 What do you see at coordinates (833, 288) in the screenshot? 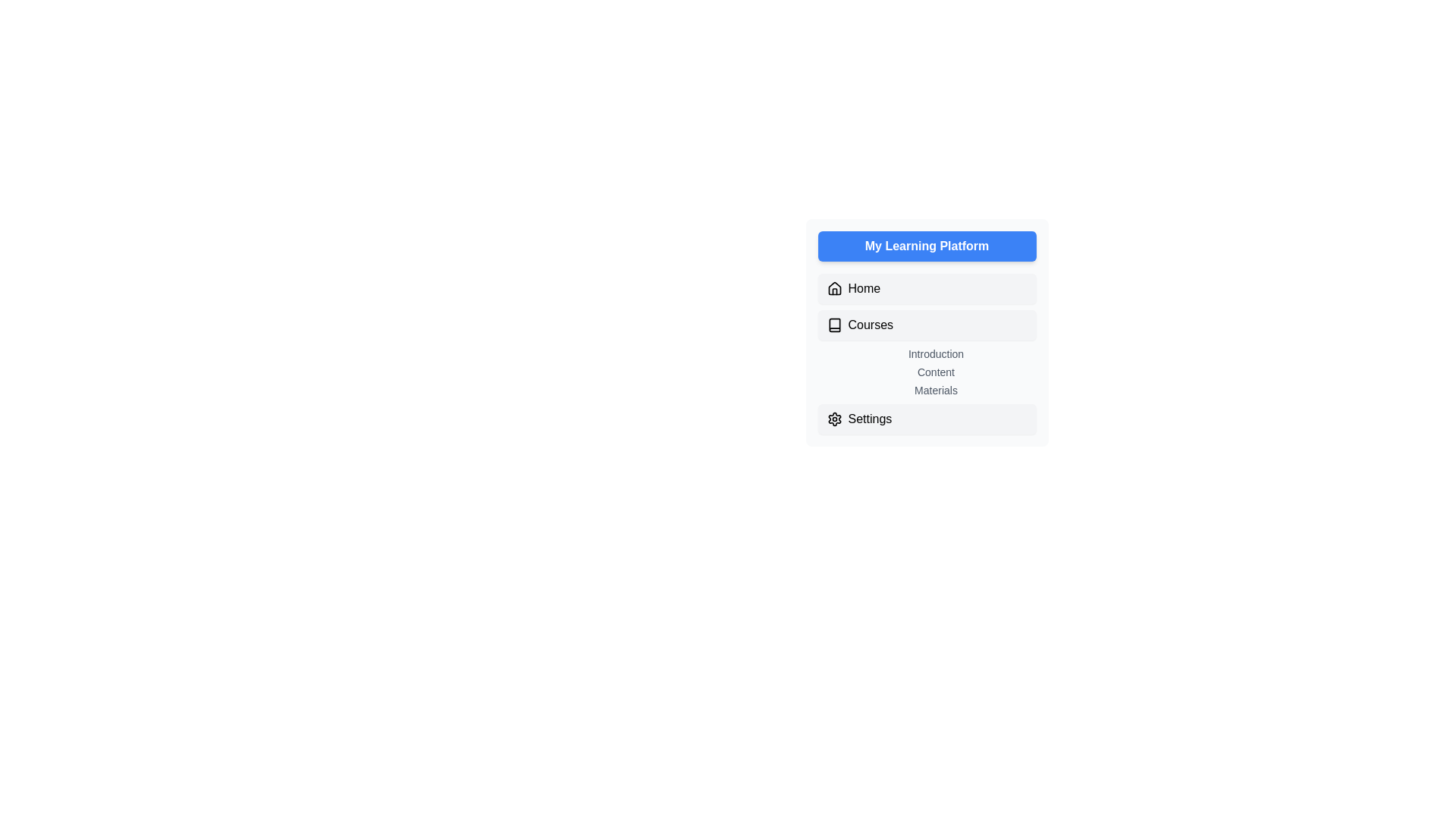
I see `the vector graphics component representing the 'Home' menu item icon located in the leftmost portion of the house-shaped icon in the navigation menu` at bounding box center [833, 288].